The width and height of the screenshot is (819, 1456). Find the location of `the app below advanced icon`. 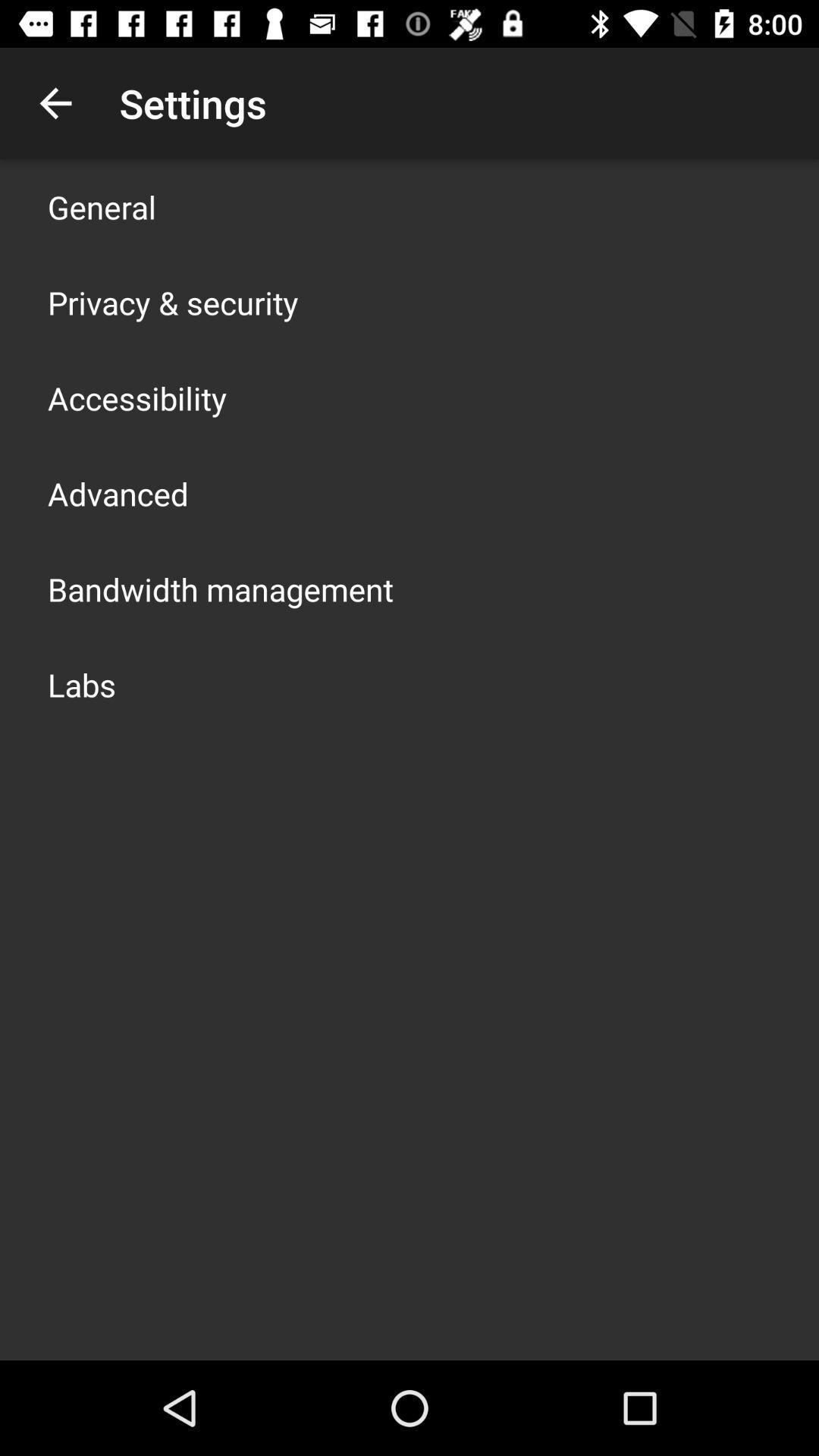

the app below advanced icon is located at coordinates (220, 588).